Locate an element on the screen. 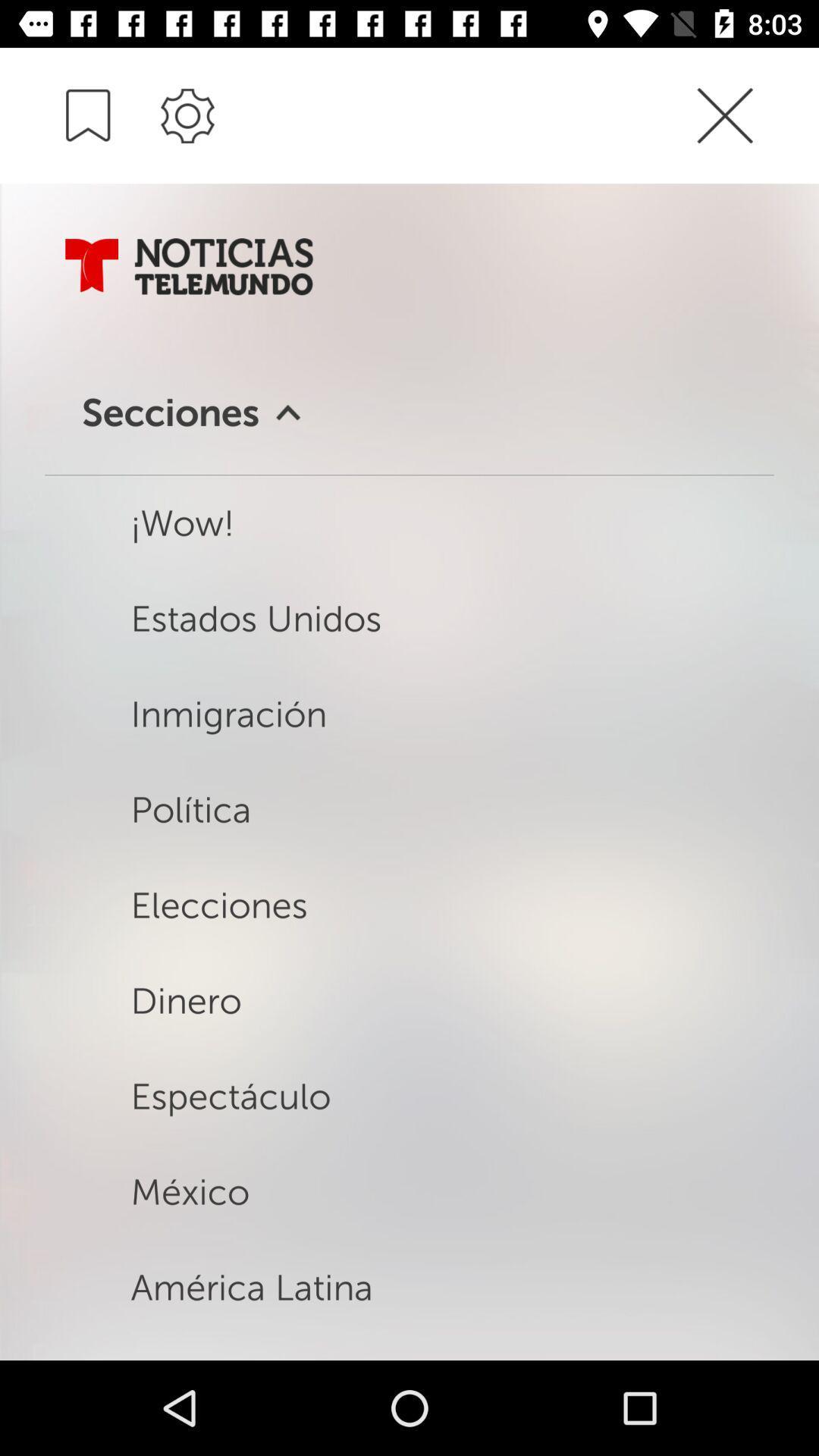 The height and width of the screenshot is (1456, 819). the close icon is located at coordinates (754, 116).